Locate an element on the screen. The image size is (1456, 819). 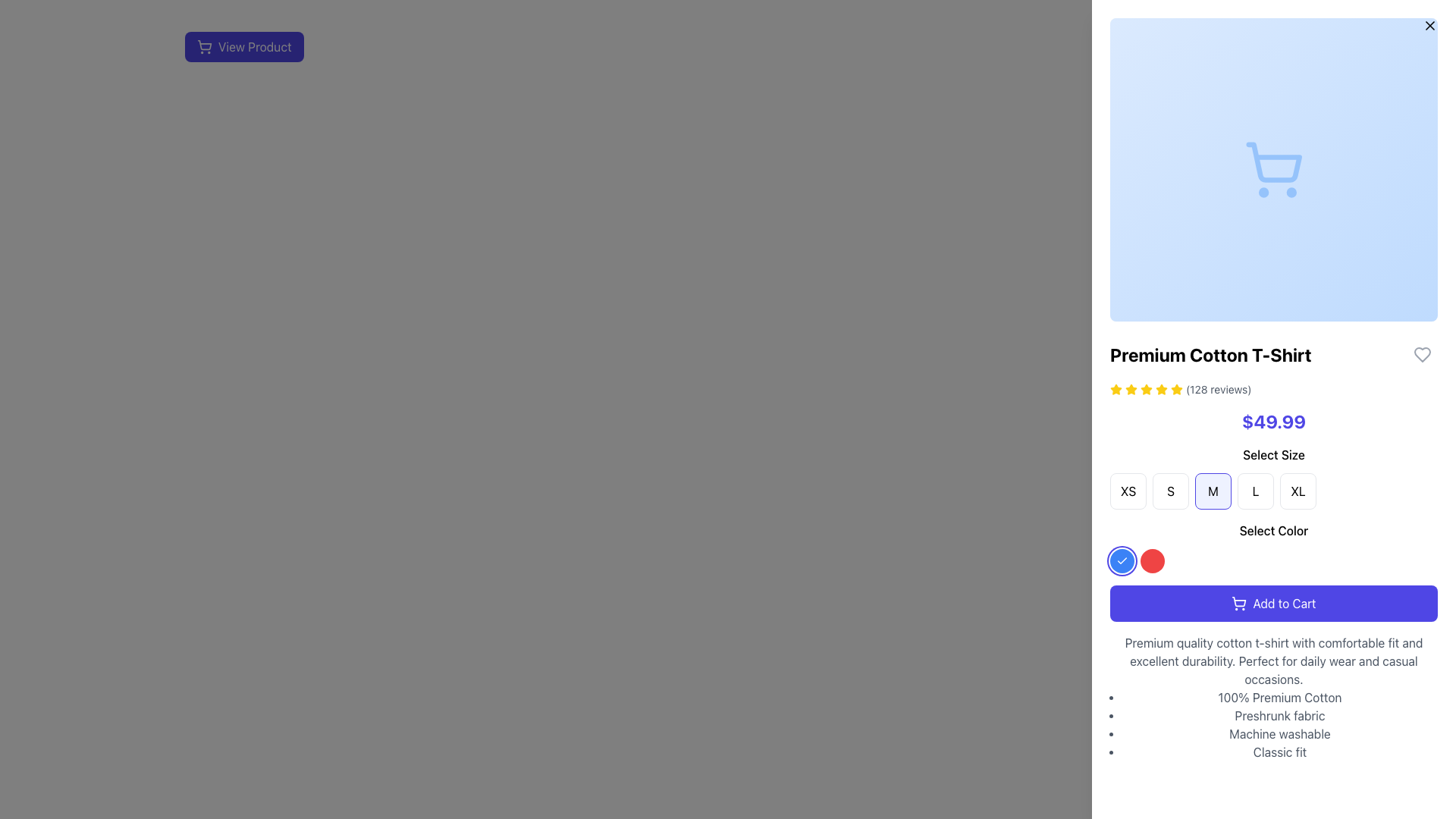
the 'L' size selection button located in the group of size buttons below the '$49.99' price and the 'Select Size' label is located at coordinates (1256, 491).